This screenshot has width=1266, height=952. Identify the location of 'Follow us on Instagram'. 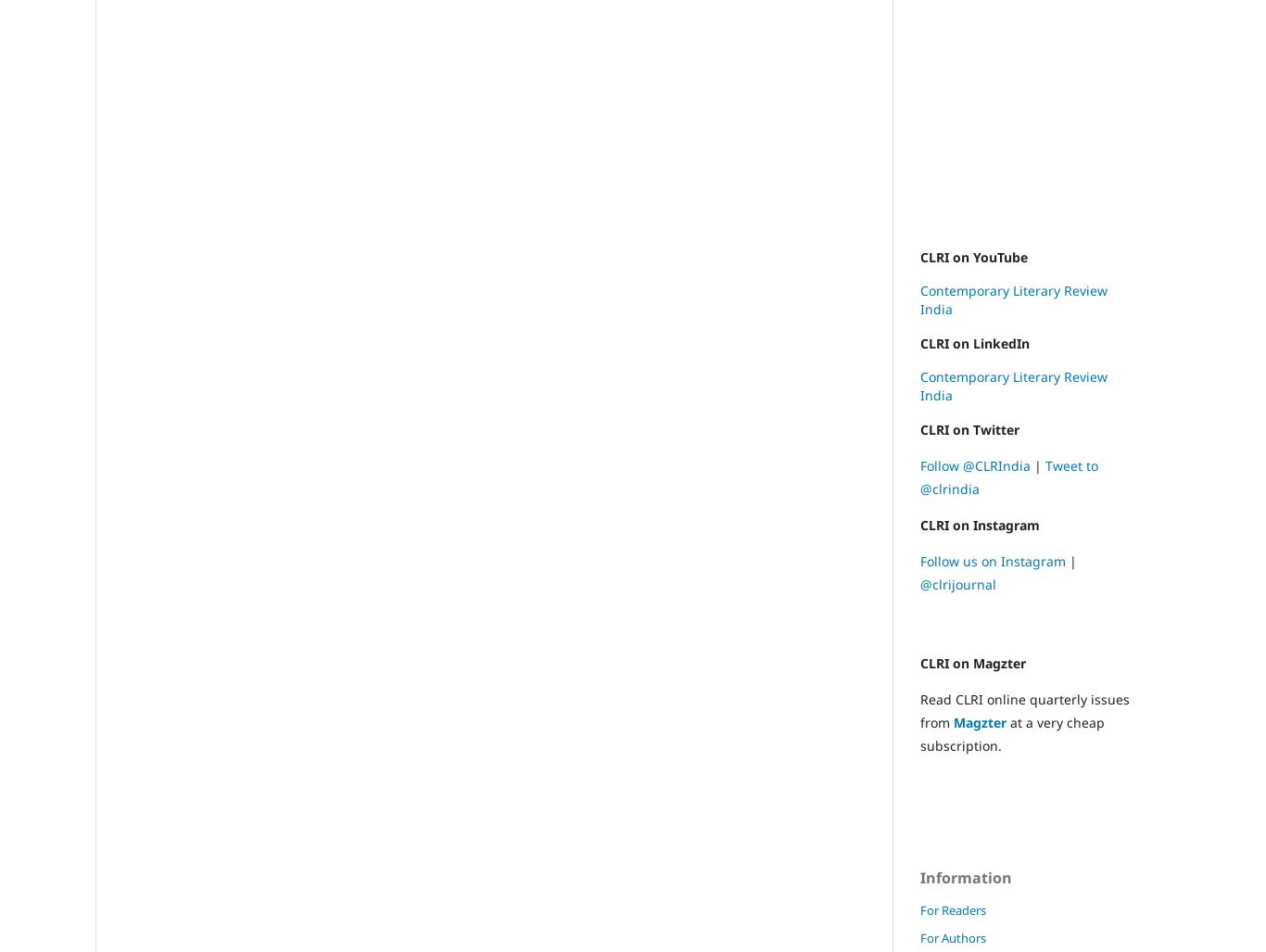
(919, 561).